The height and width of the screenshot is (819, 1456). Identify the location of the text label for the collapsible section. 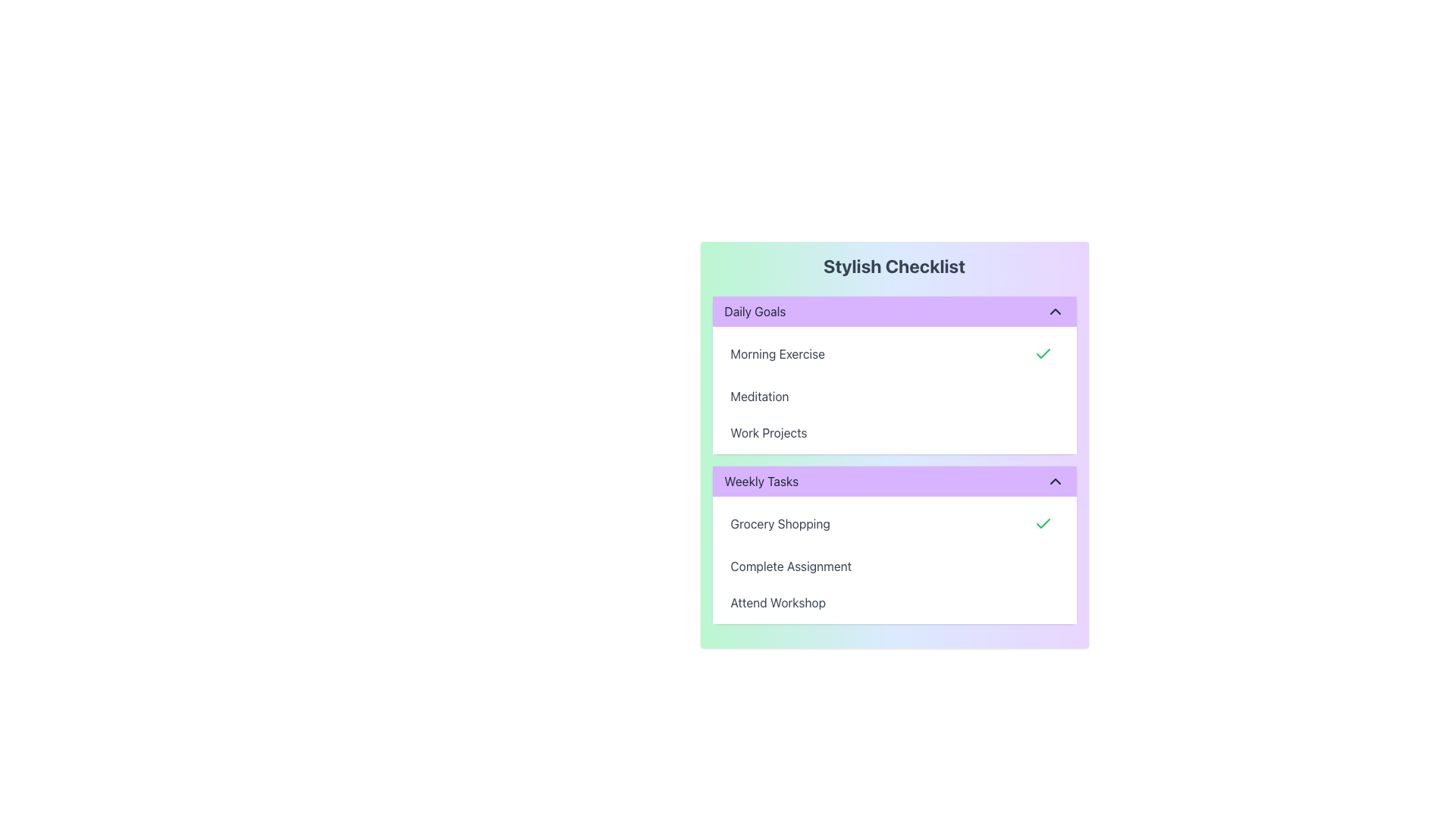
(761, 482).